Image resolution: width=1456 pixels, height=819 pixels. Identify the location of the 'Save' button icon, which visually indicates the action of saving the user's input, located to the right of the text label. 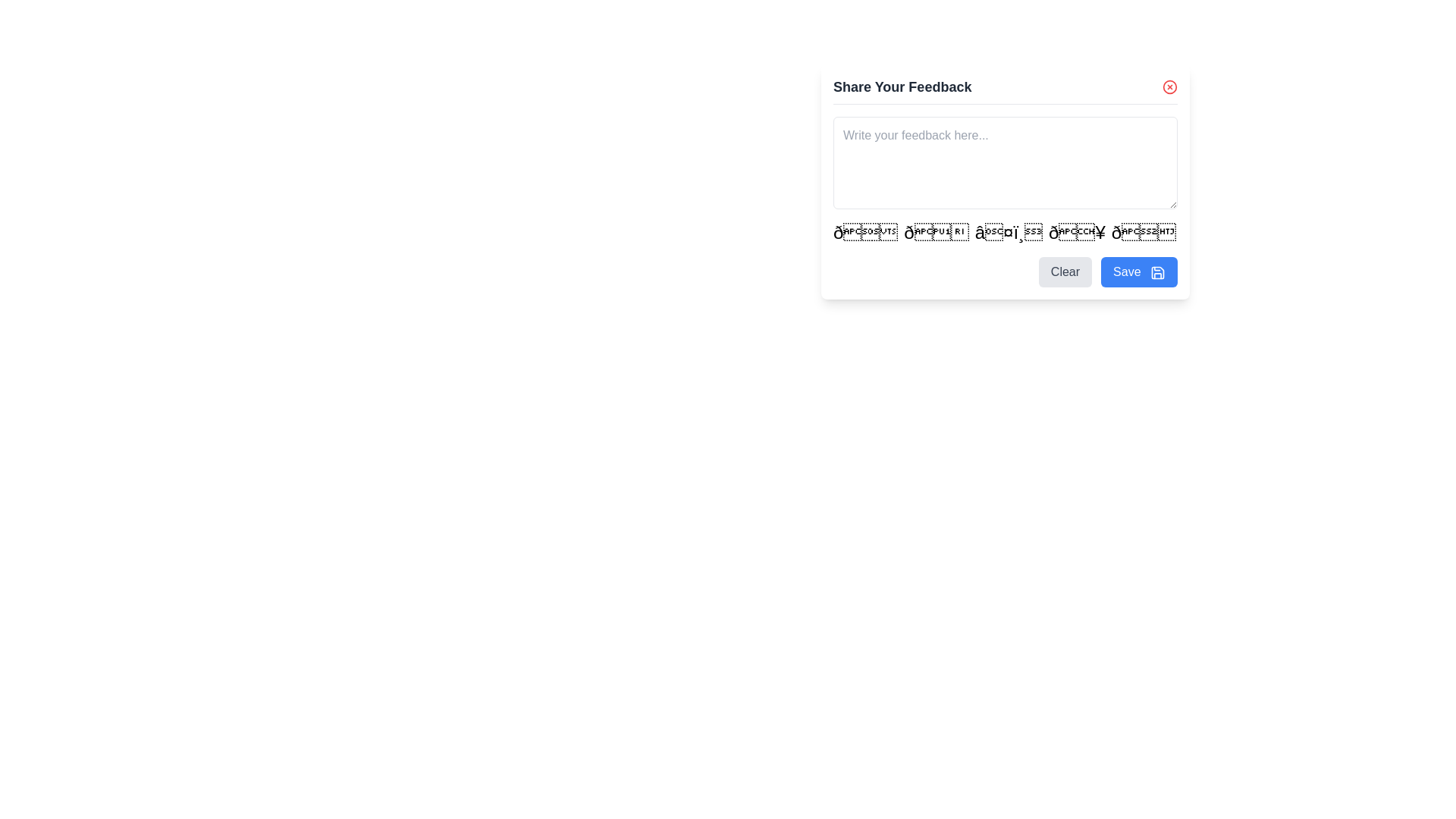
(1156, 271).